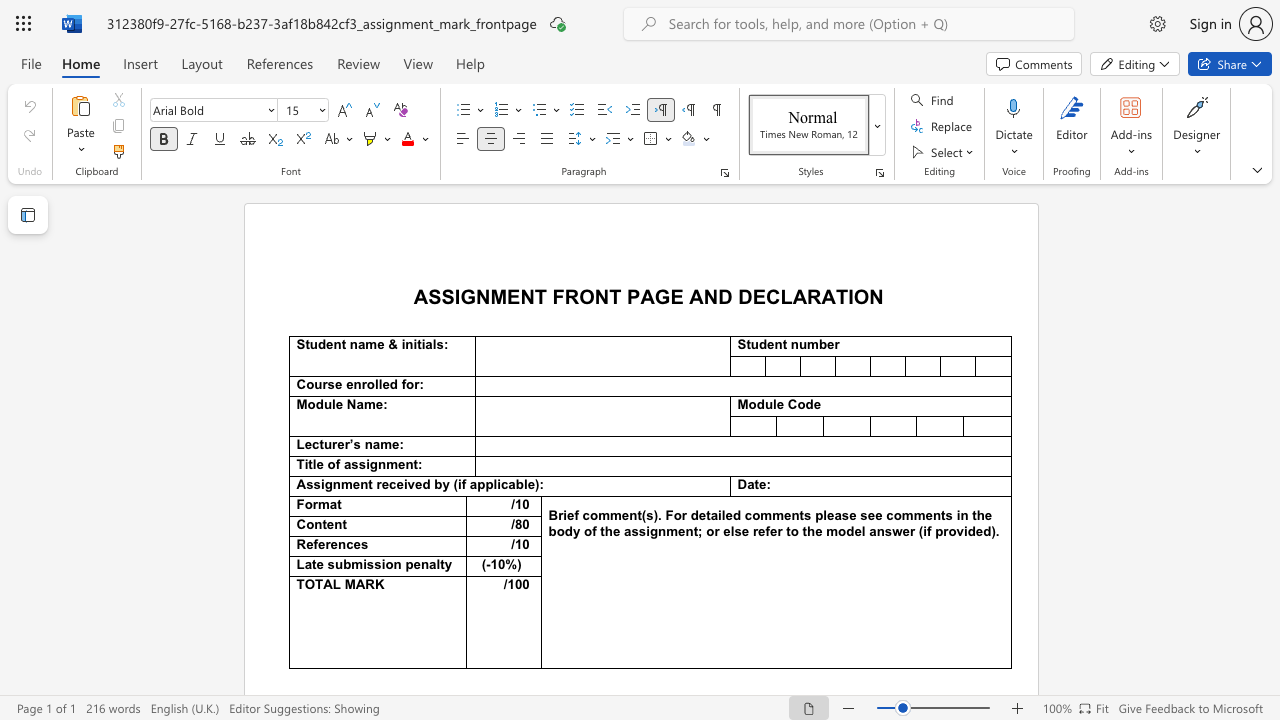  What do you see at coordinates (312, 343) in the screenshot?
I see `the 1th character "u" in the text` at bounding box center [312, 343].